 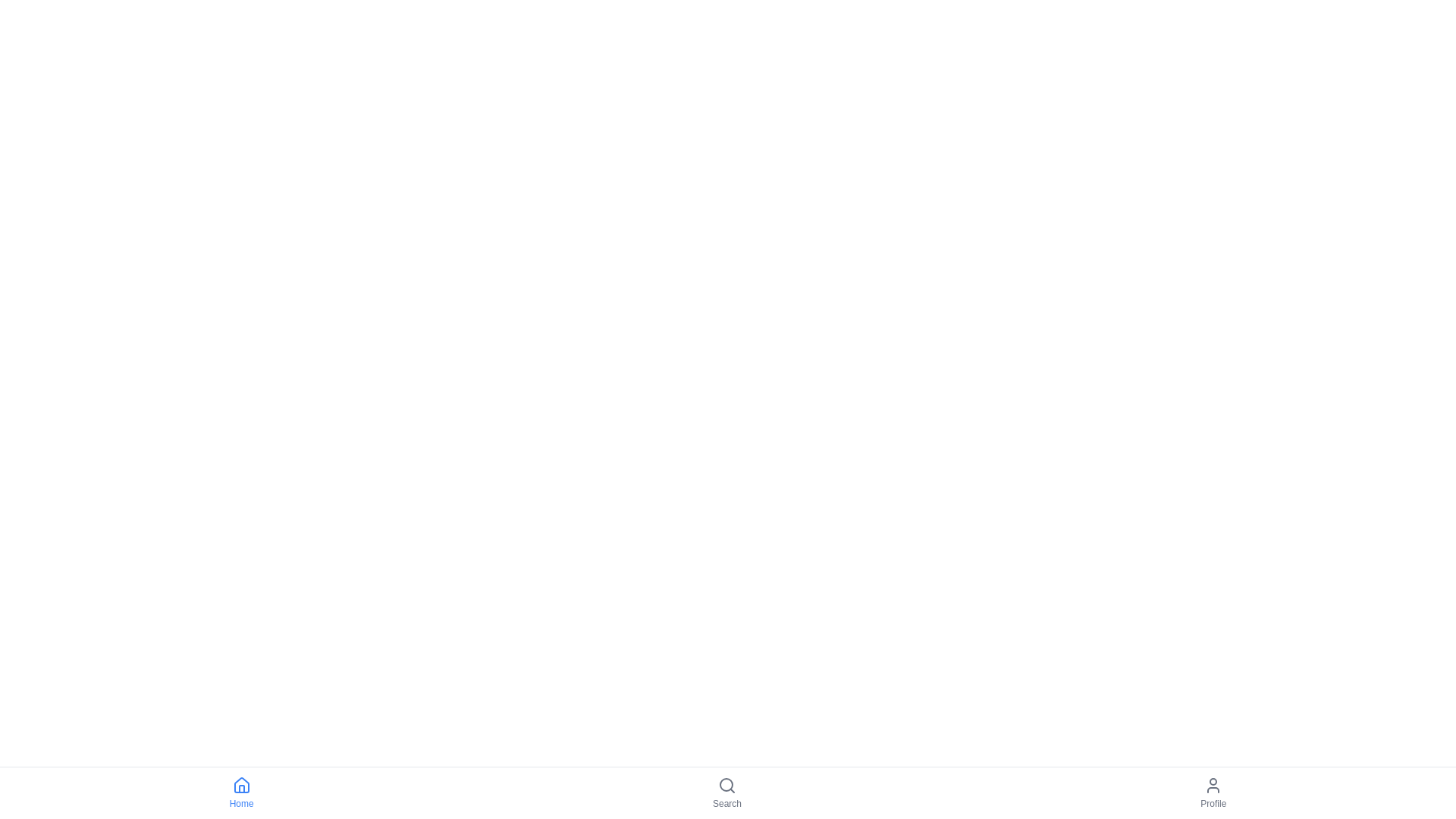 What do you see at coordinates (1212, 792) in the screenshot?
I see `the Profile navigation button located in the bottom navigation bar, which is the third element from the left` at bounding box center [1212, 792].